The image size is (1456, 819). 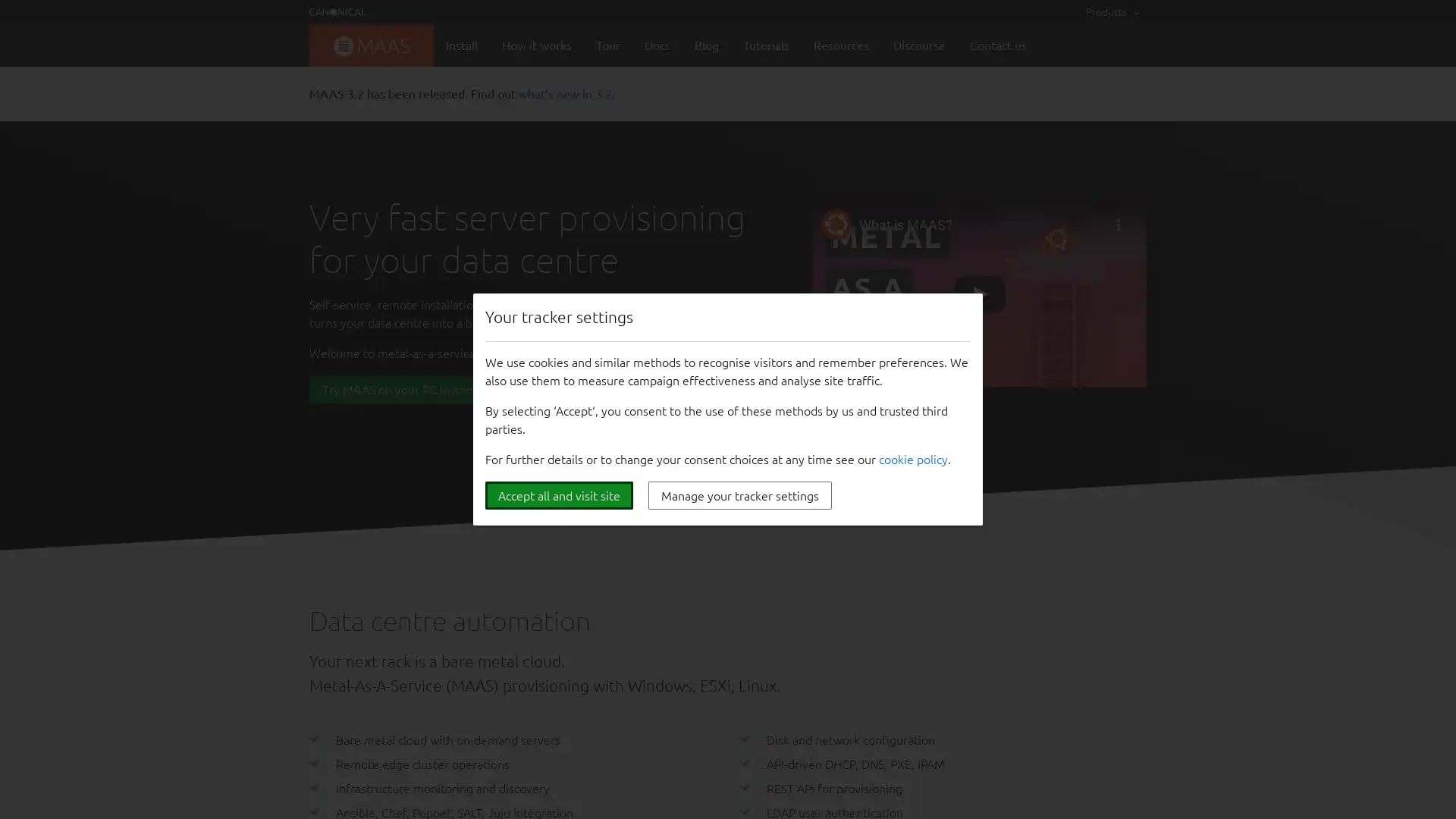 What do you see at coordinates (558, 495) in the screenshot?
I see `Accept all and visit site` at bounding box center [558, 495].